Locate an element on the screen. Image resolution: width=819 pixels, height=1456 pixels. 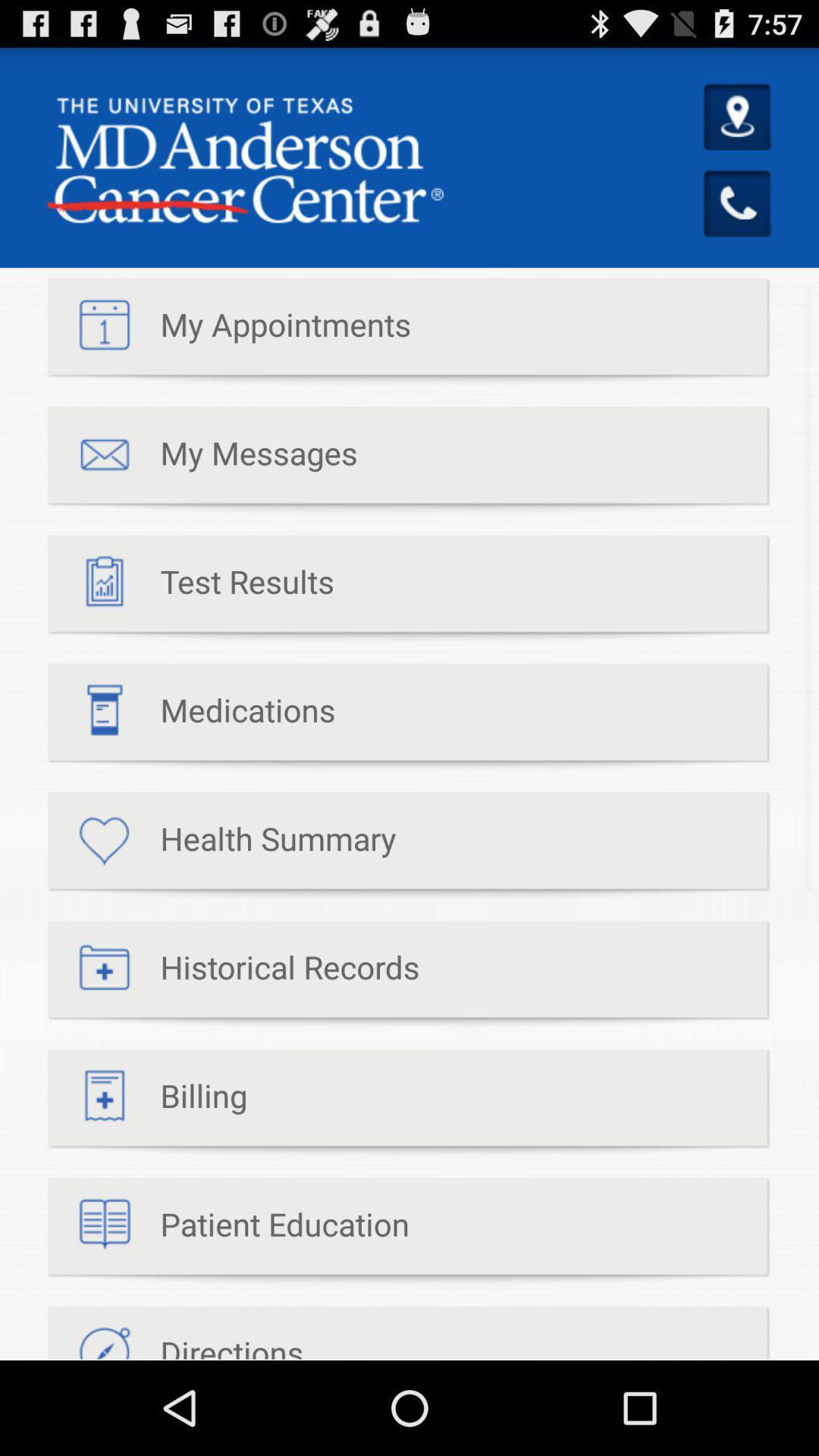
my appointments item is located at coordinates (229, 331).